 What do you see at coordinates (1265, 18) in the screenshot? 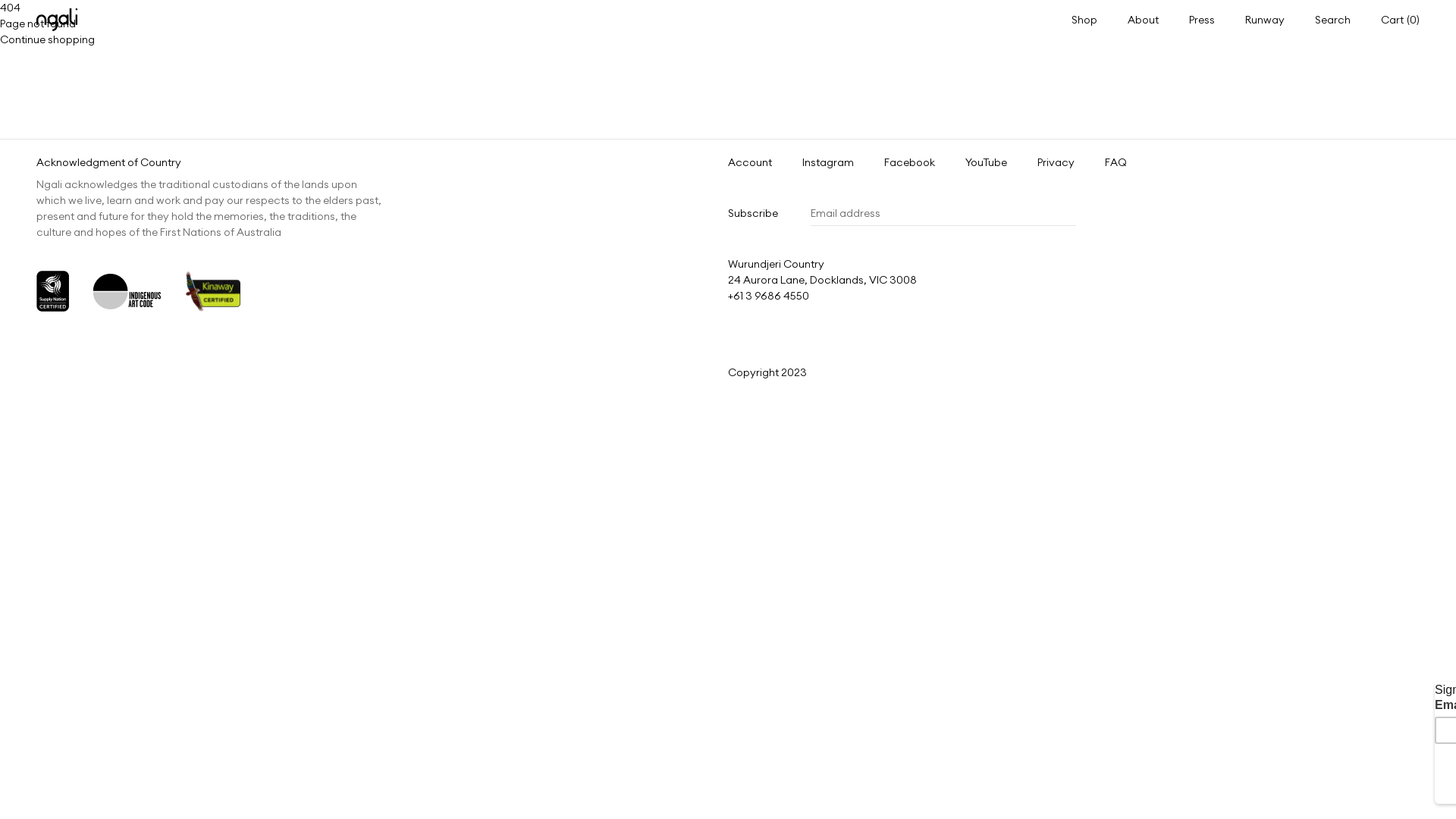
I see `'Runway'` at bounding box center [1265, 18].